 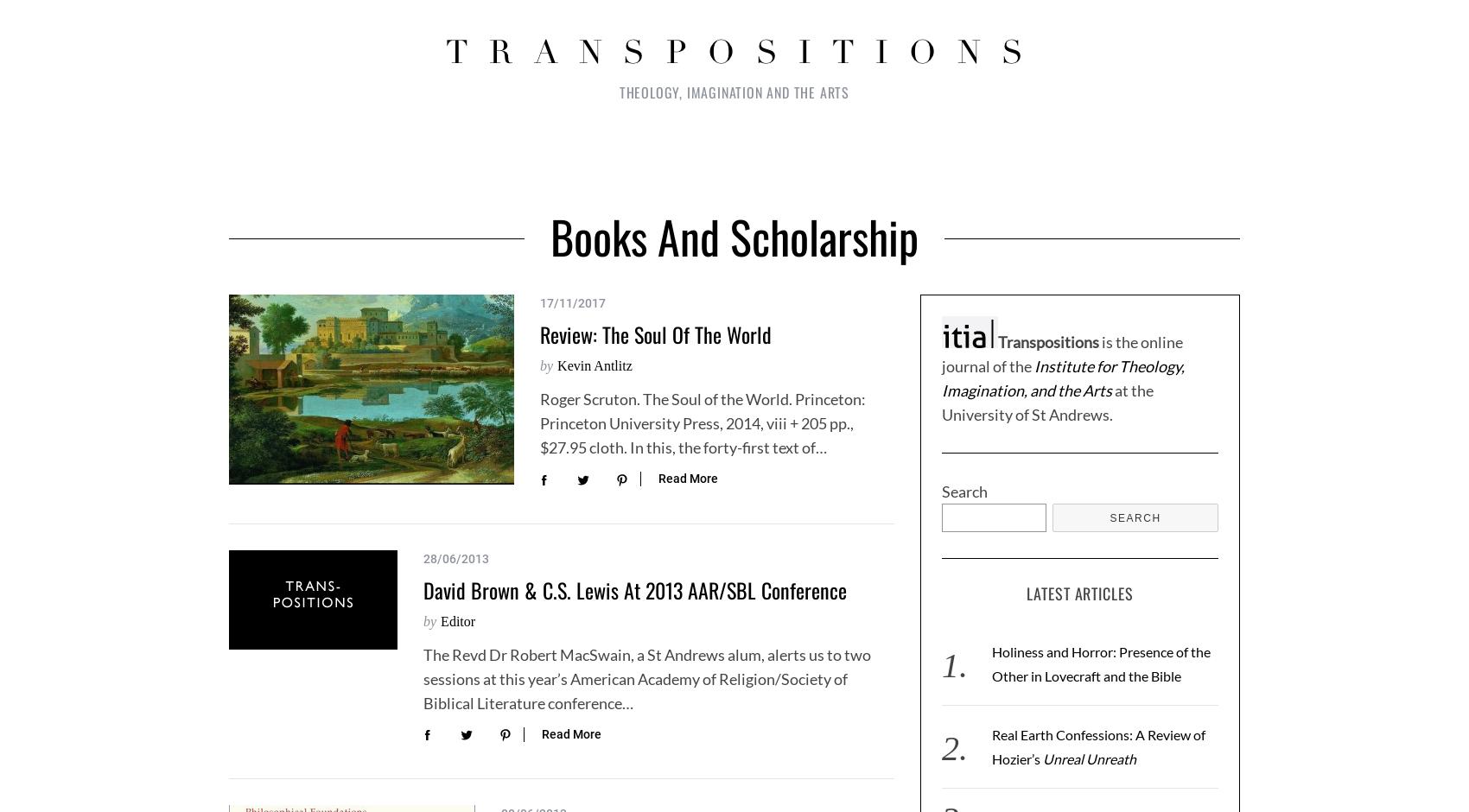 What do you see at coordinates (594, 365) in the screenshot?
I see `'Kevin Antlitz'` at bounding box center [594, 365].